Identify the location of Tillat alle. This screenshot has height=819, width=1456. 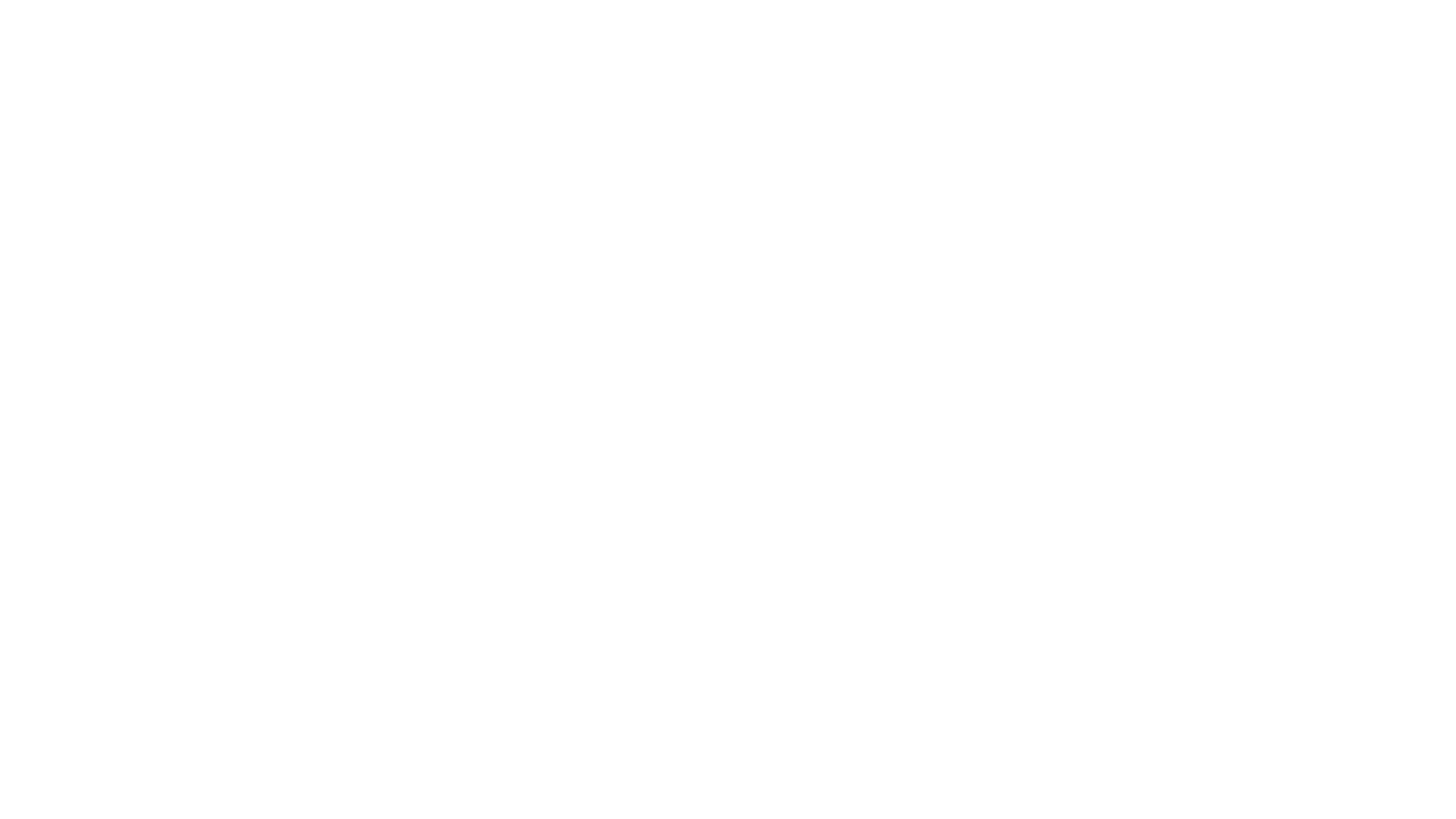
(945, 536).